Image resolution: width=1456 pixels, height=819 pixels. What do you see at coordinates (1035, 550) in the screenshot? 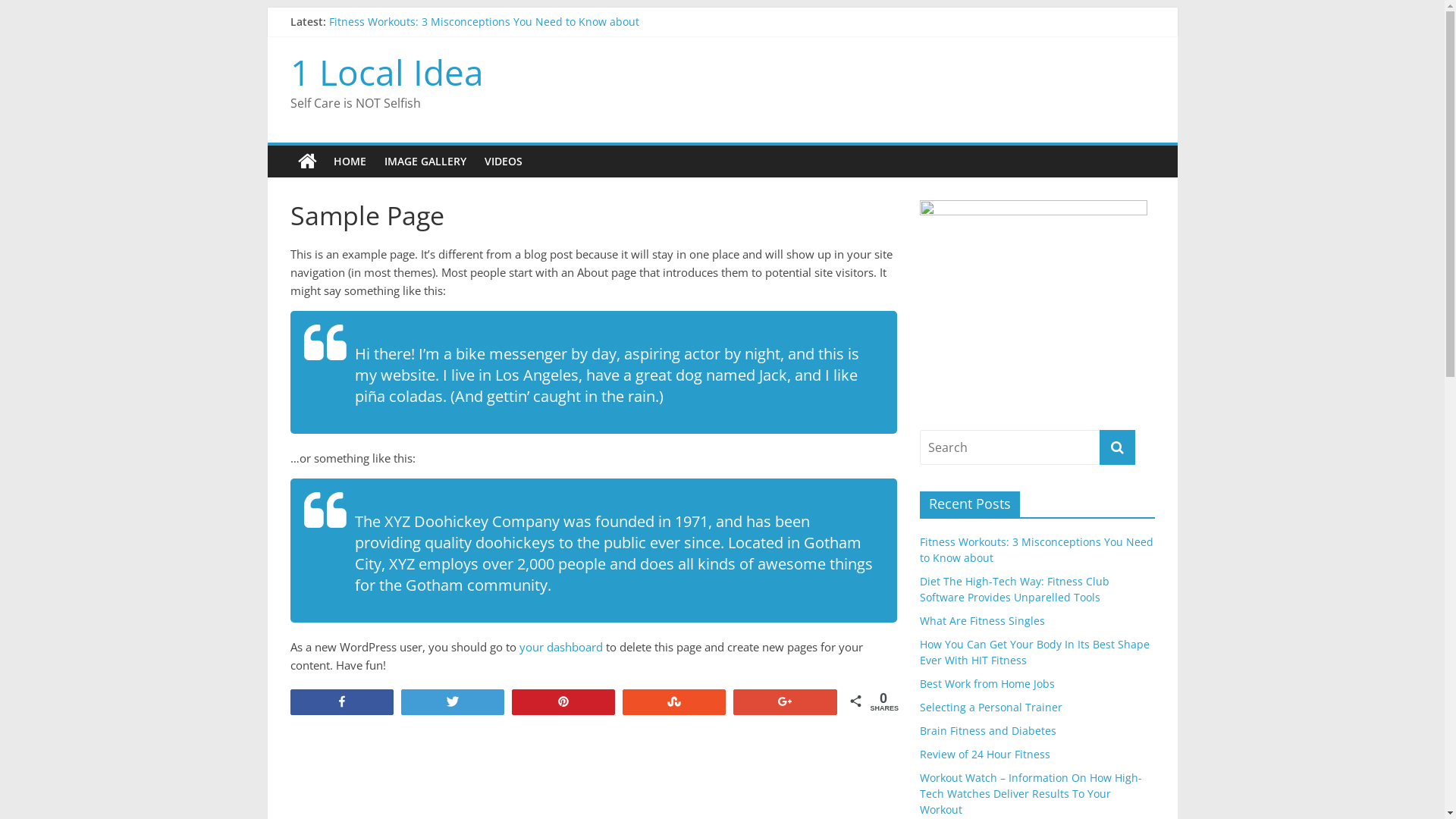
I see `'Fitness Workouts: 3 Misconceptions You Need to Know about'` at bounding box center [1035, 550].